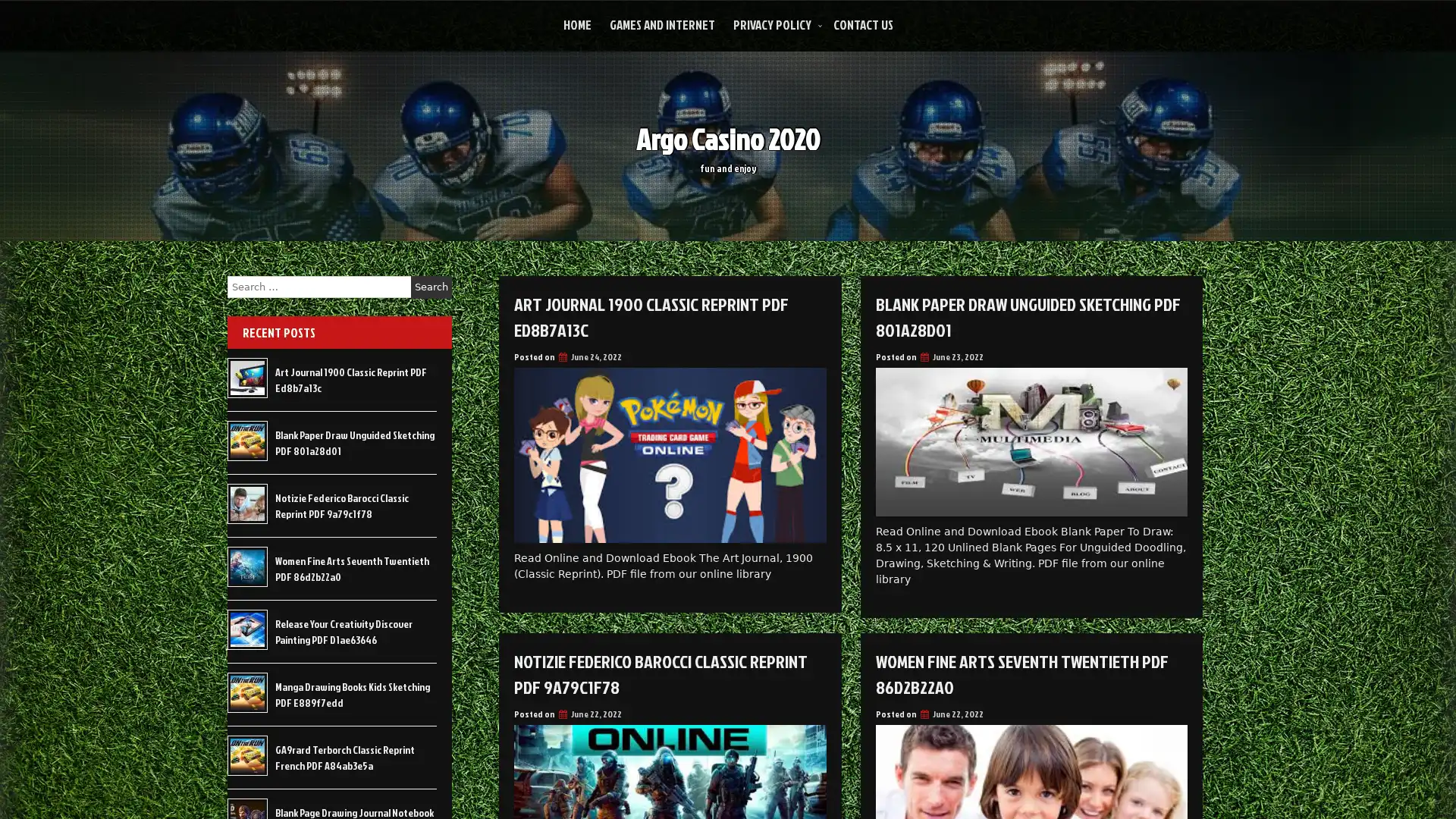 Image resolution: width=1456 pixels, height=819 pixels. What do you see at coordinates (431, 287) in the screenshot?
I see `Search` at bounding box center [431, 287].